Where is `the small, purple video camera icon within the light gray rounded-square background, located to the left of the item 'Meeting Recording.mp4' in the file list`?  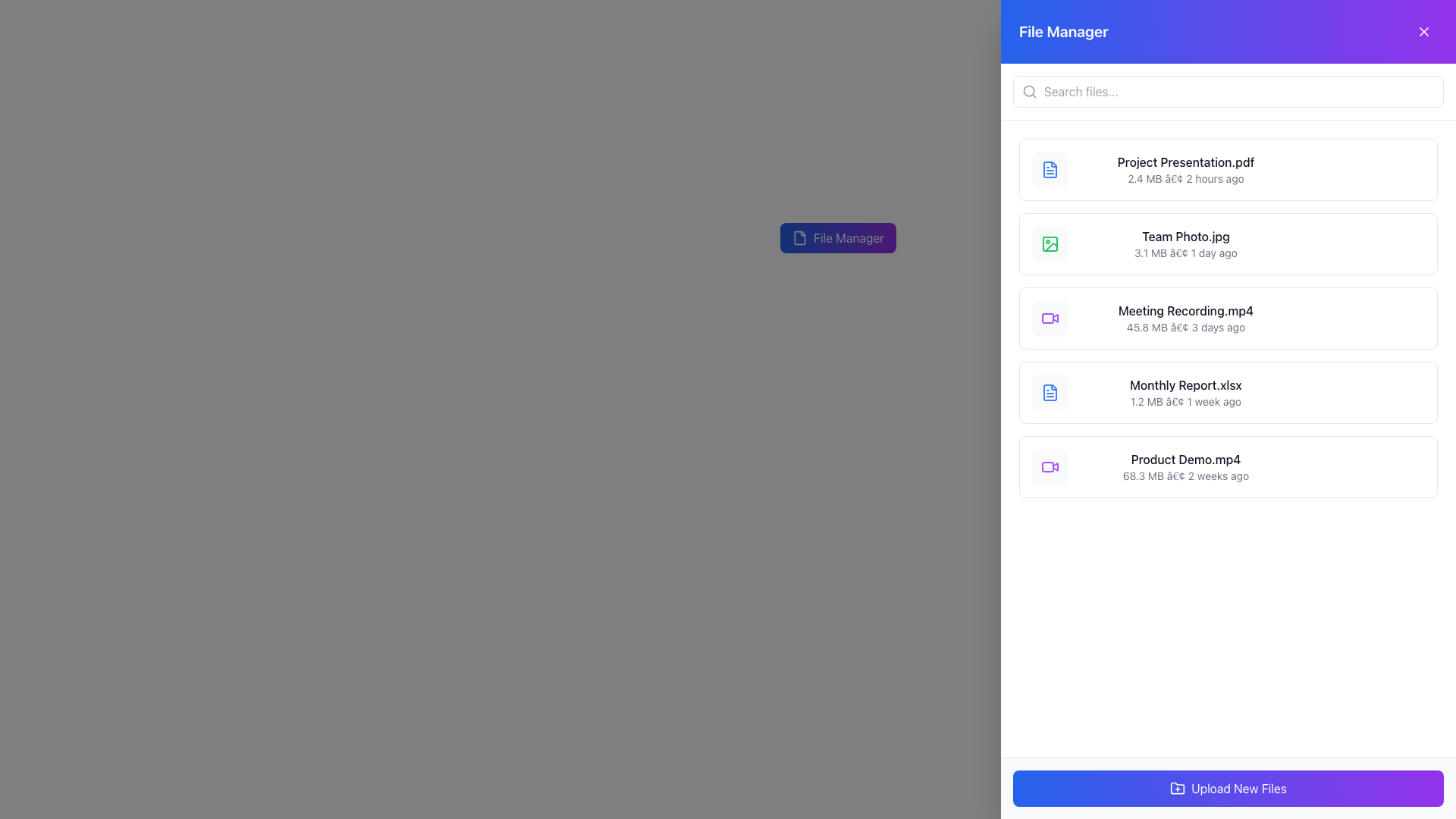
the small, purple video camera icon within the light gray rounded-square background, located to the left of the item 'Meeting Recording.mp4' in the file list is located at coordinates (1050, 318).